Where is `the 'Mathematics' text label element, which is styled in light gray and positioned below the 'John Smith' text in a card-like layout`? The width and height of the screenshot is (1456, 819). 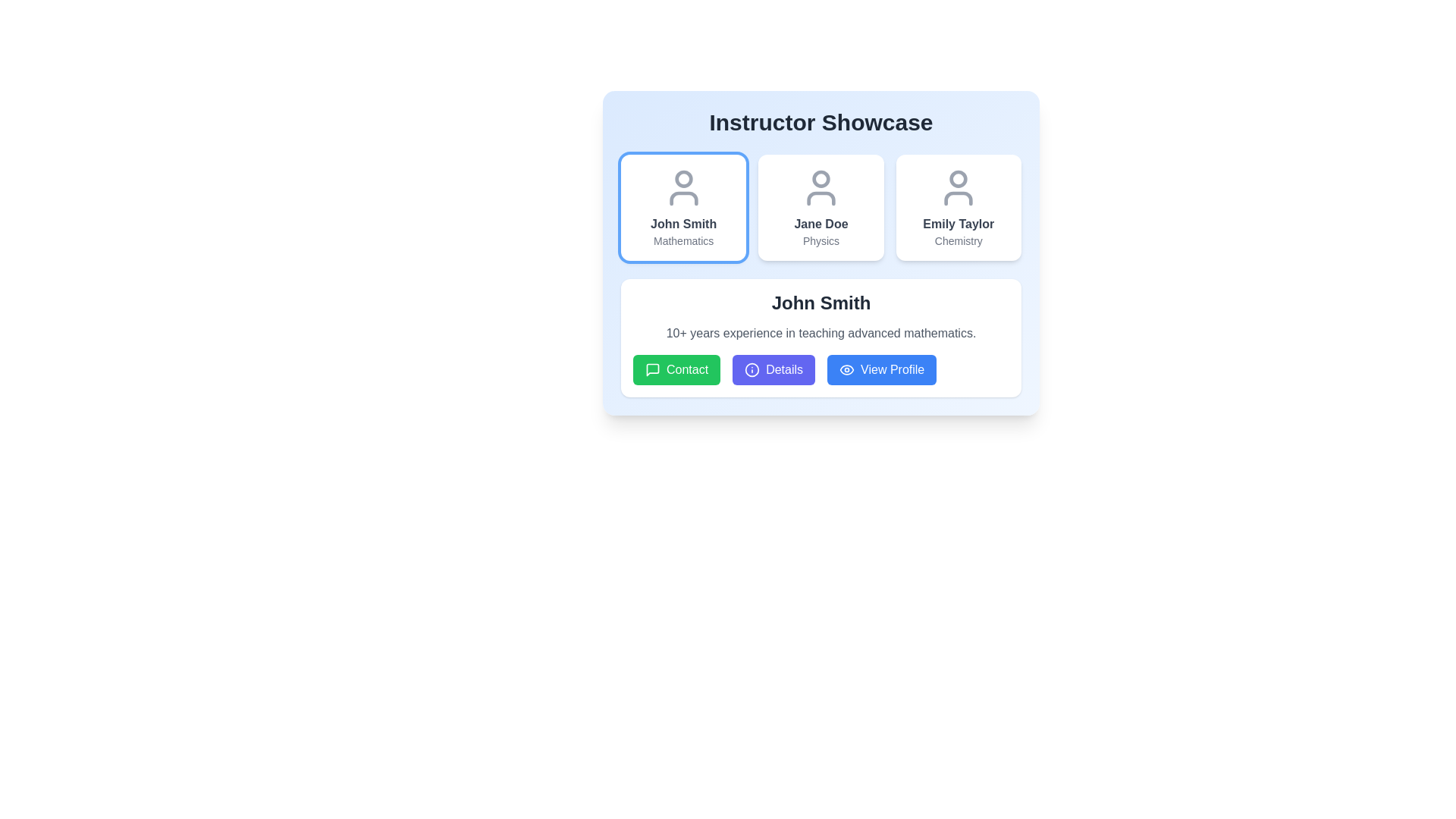
the 'Mathematics' text label element, which is styled in light gray and positioned below the 'John Smith' text in a card-like layout is located at coordinates (682, 240).